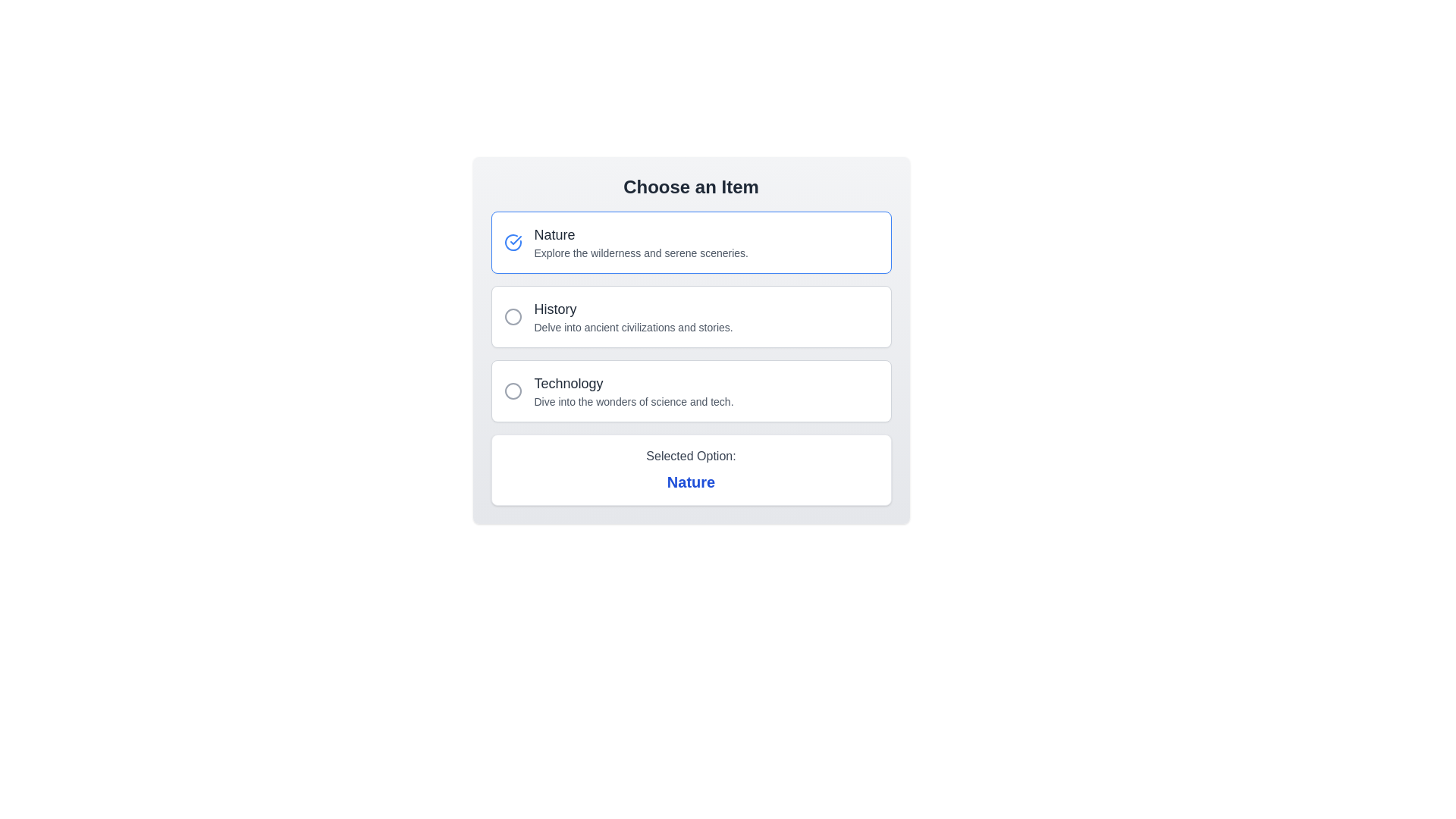 The width and height of the screenshot is (1456, 819). What do you see at coordinates (513, 391) in the screenshot?
I see `the Circle icon associated with the 'Technology' option under 'Choose an Item'` at bounding box center [513, 391].